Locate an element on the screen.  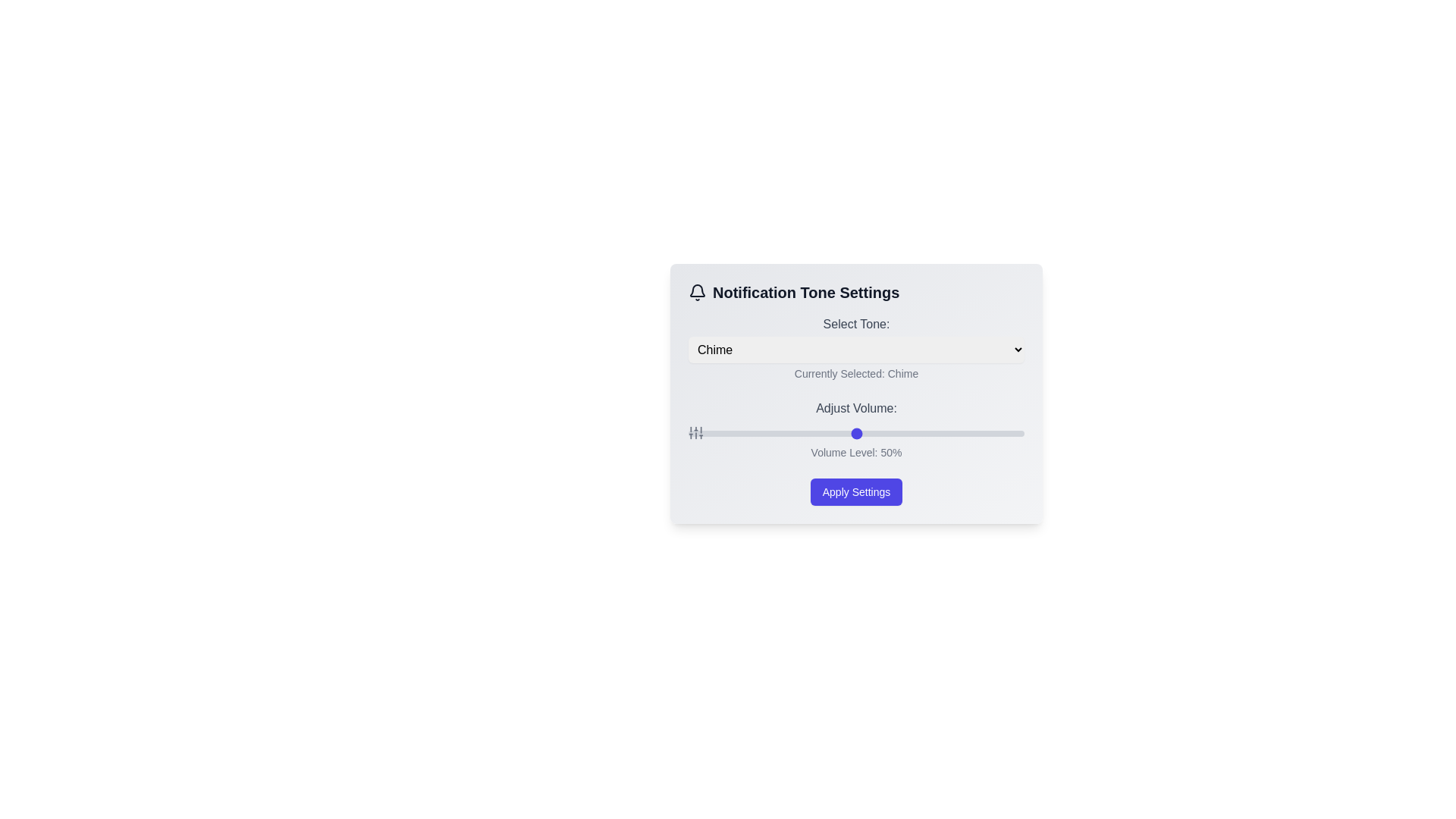
the volume level is located at coordinates (946, 433).